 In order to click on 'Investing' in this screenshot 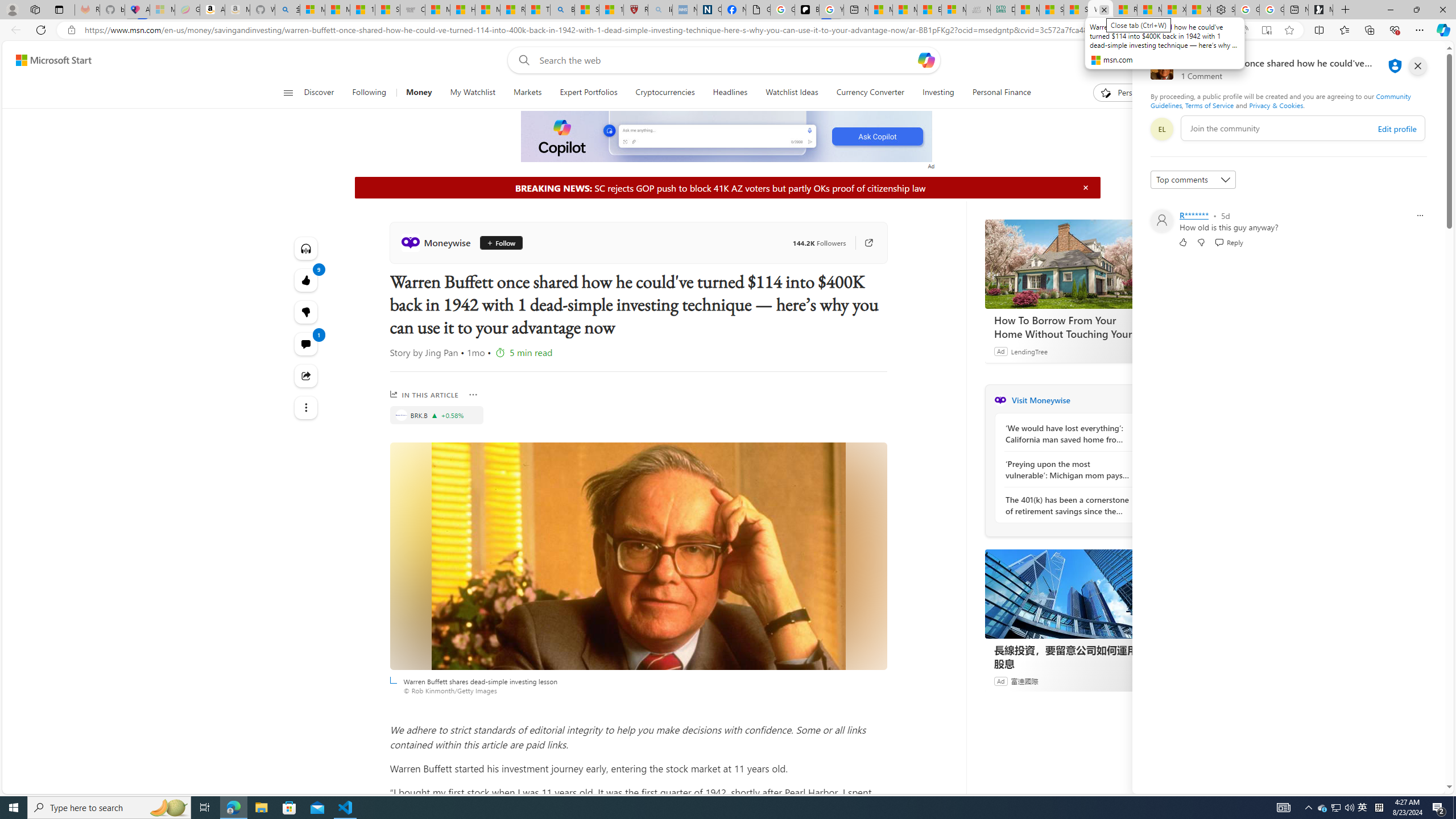, I will do `click(937, 92)`.